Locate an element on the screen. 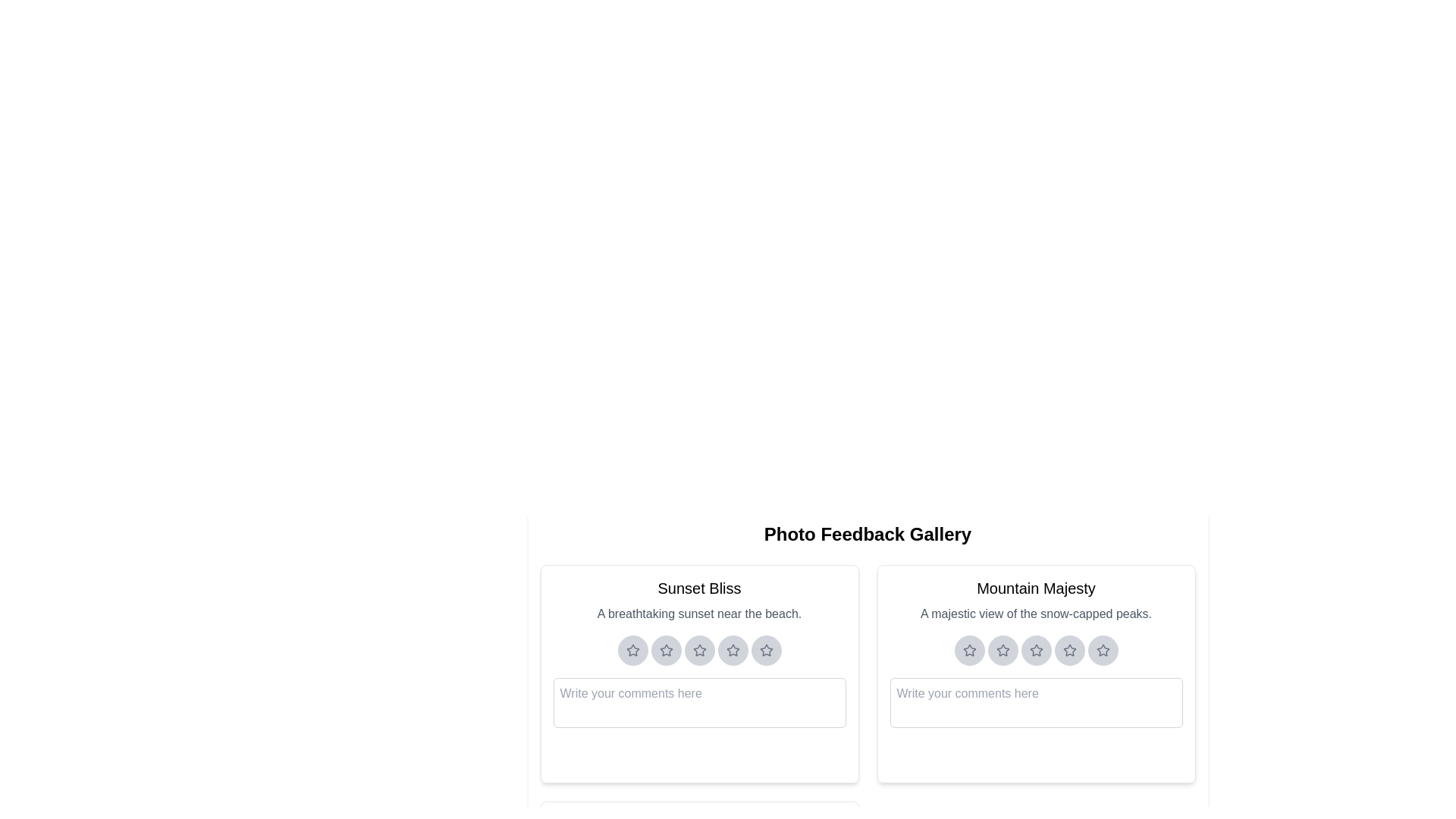 The image size is (1456, 819). the third interactive star button in the Rating component of the 'Sunset Bliss' card is located at coordinates (698, 649).